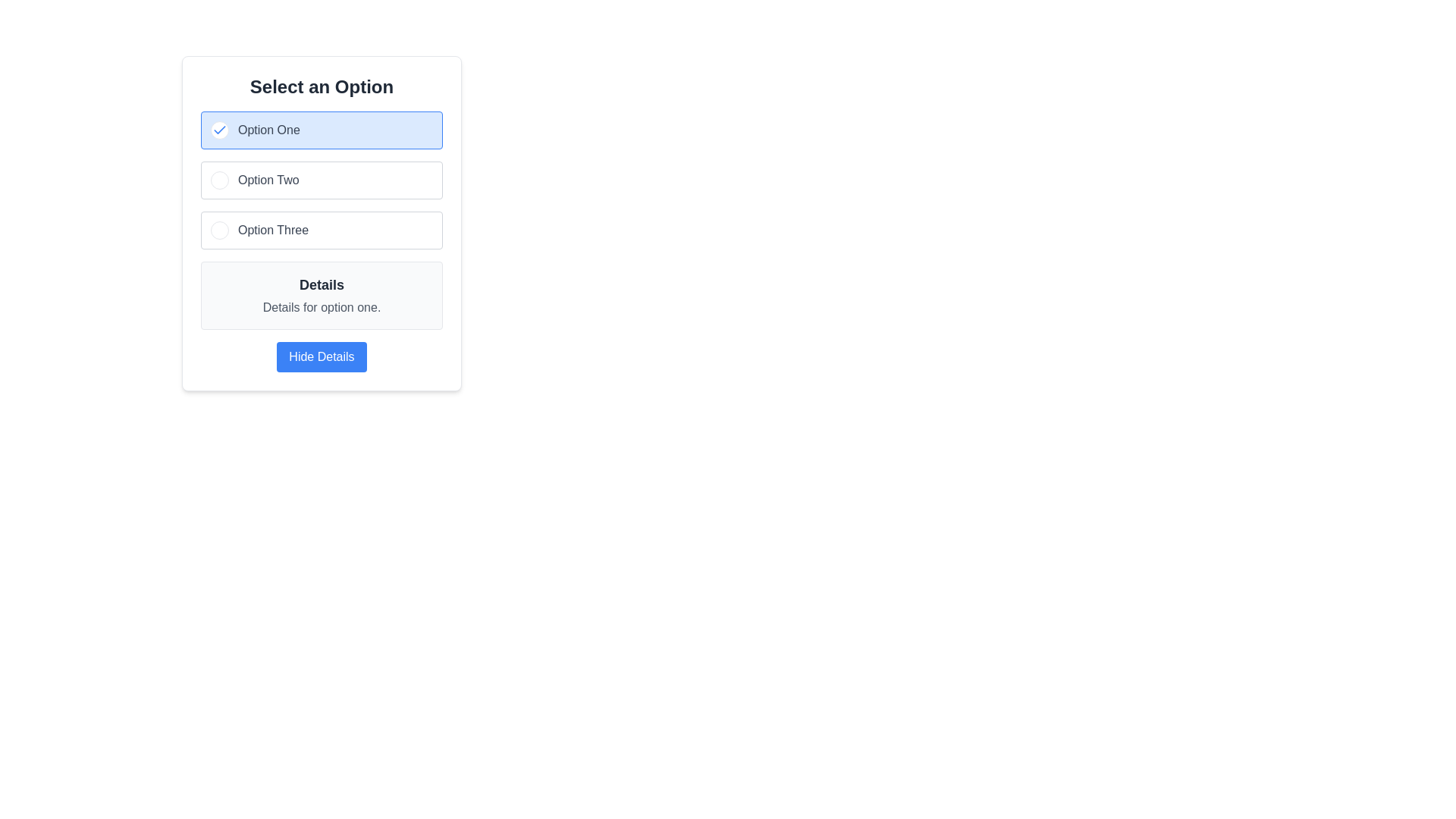  Describe the element at coordinates (321, 284) in the screenshot. I see `the Text Label that serves as a header for the details section, located above the descriptive text 'Details for option one.' and below the 'Hide Details' button` at that location.